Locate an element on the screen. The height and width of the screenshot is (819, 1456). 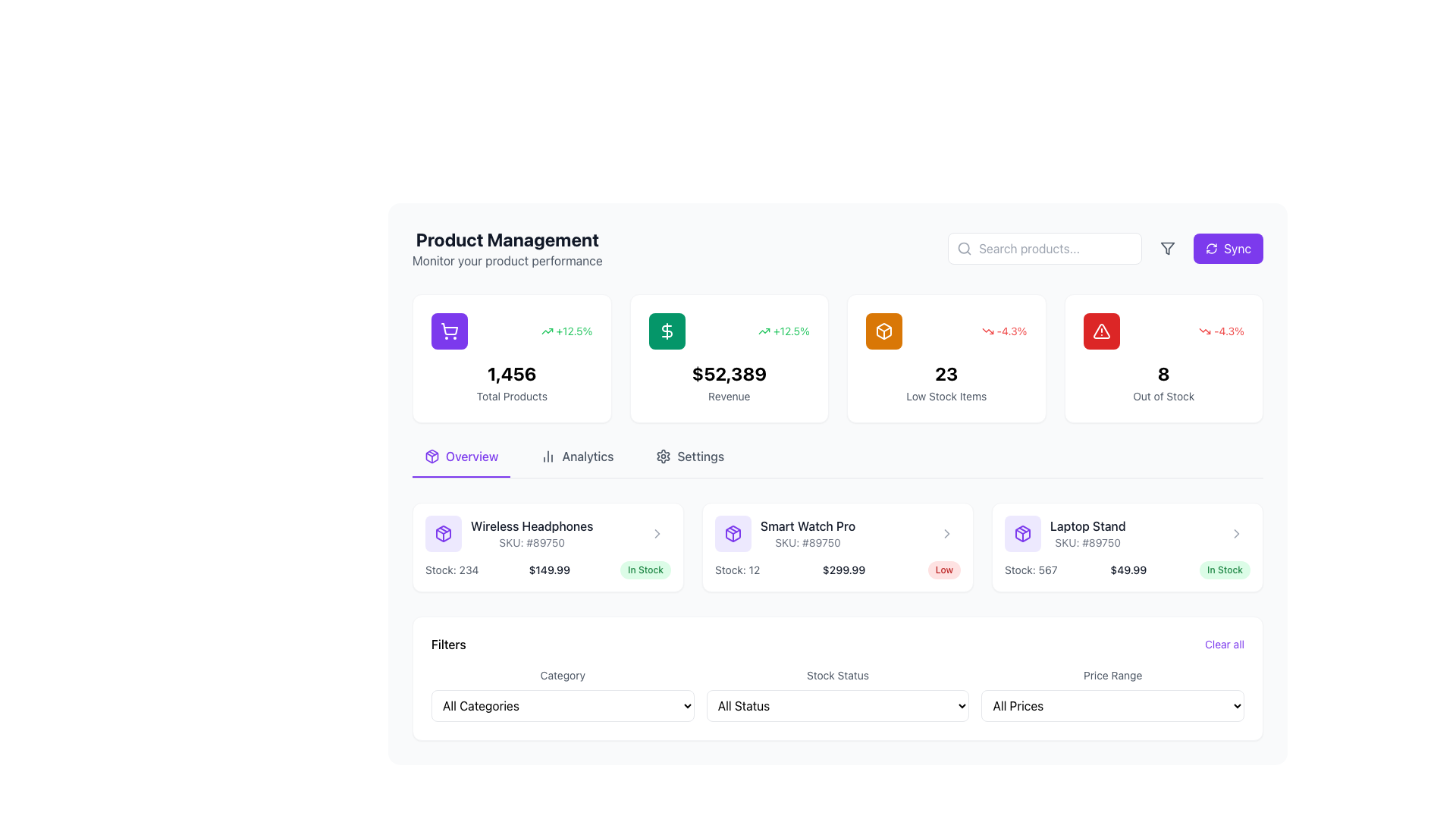
the violet square button with a rounded border containing a white shopping cart icon, located in the first box of the dashboard overview section above the 'Total Products' text is located at coordinates (449, 330).